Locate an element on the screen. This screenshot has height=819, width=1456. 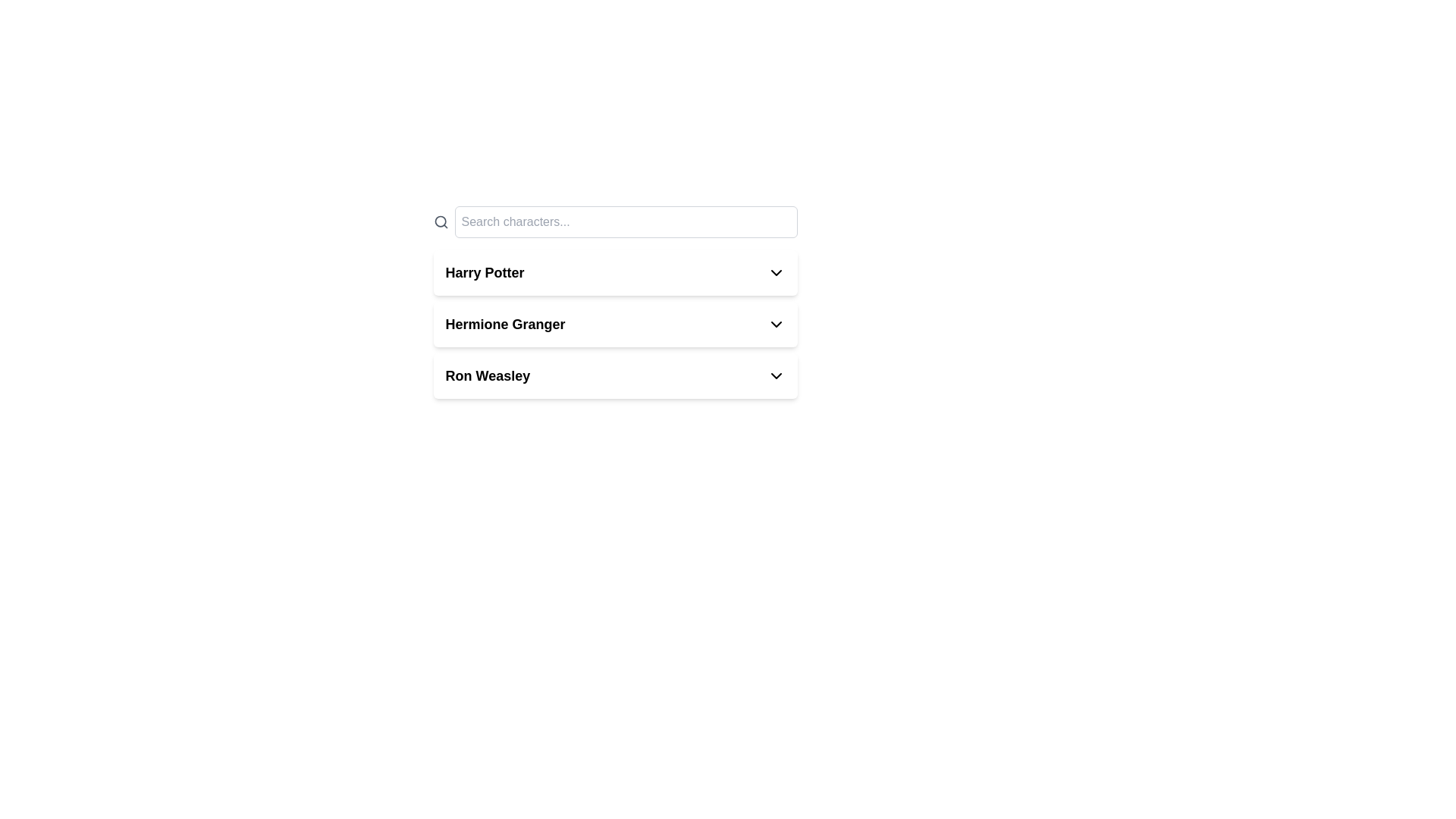
the dropdown icon located to the right of the 'Harry Potter' text is located at coordinates (776, 271).